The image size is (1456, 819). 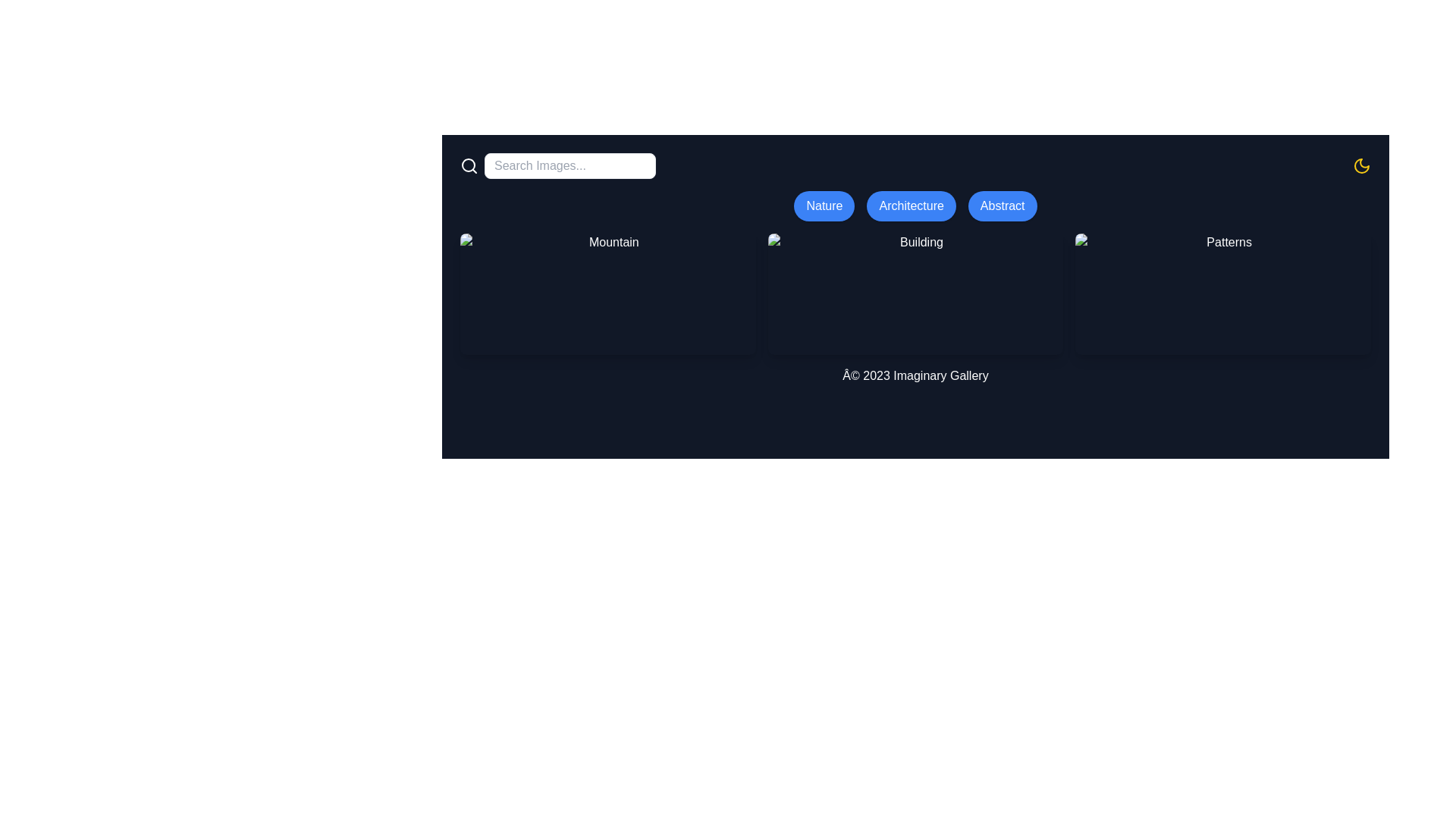 What do you see at coordinates (915, 206) in the screenshot?
I see `the second button in the button group located underneath the search bar, which allows users to select a category for a filtered view` at bounding box center [915, 206].